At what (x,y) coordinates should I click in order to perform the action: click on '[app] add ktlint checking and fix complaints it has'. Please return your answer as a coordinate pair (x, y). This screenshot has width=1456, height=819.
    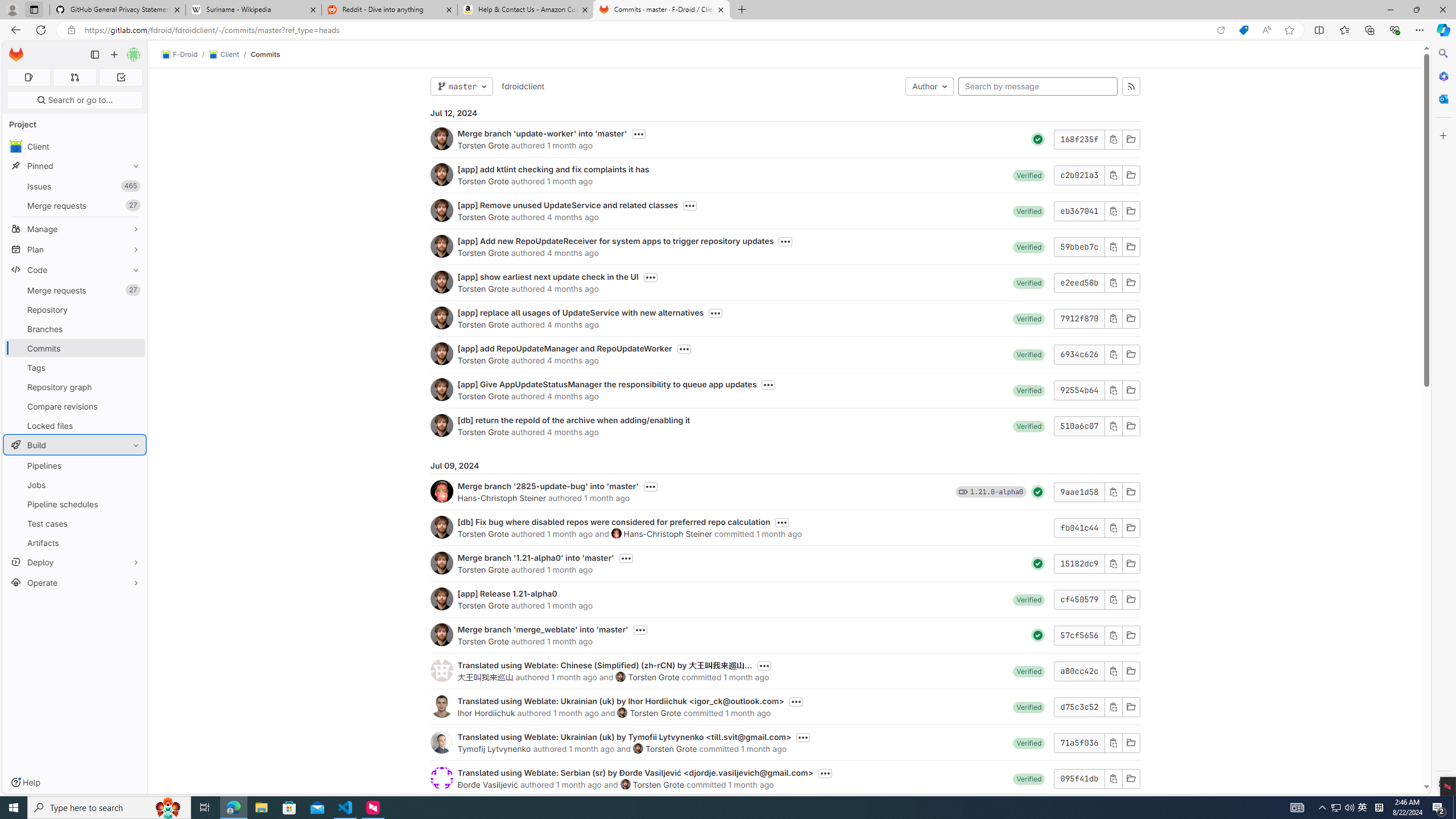
    Looking at the image, I should click on (552, 168).